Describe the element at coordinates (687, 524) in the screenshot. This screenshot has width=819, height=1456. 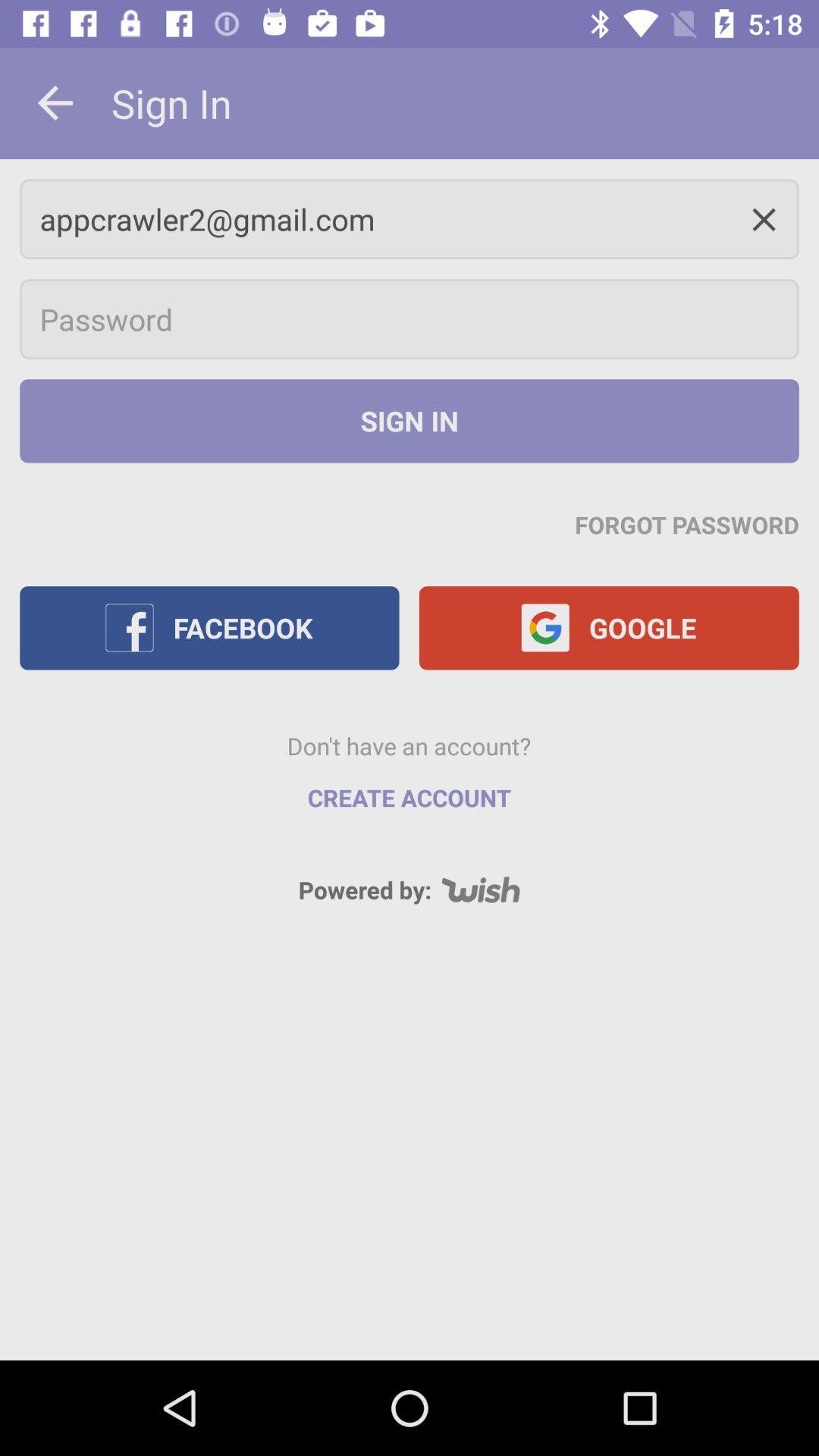
I see `forgot password` at that location.